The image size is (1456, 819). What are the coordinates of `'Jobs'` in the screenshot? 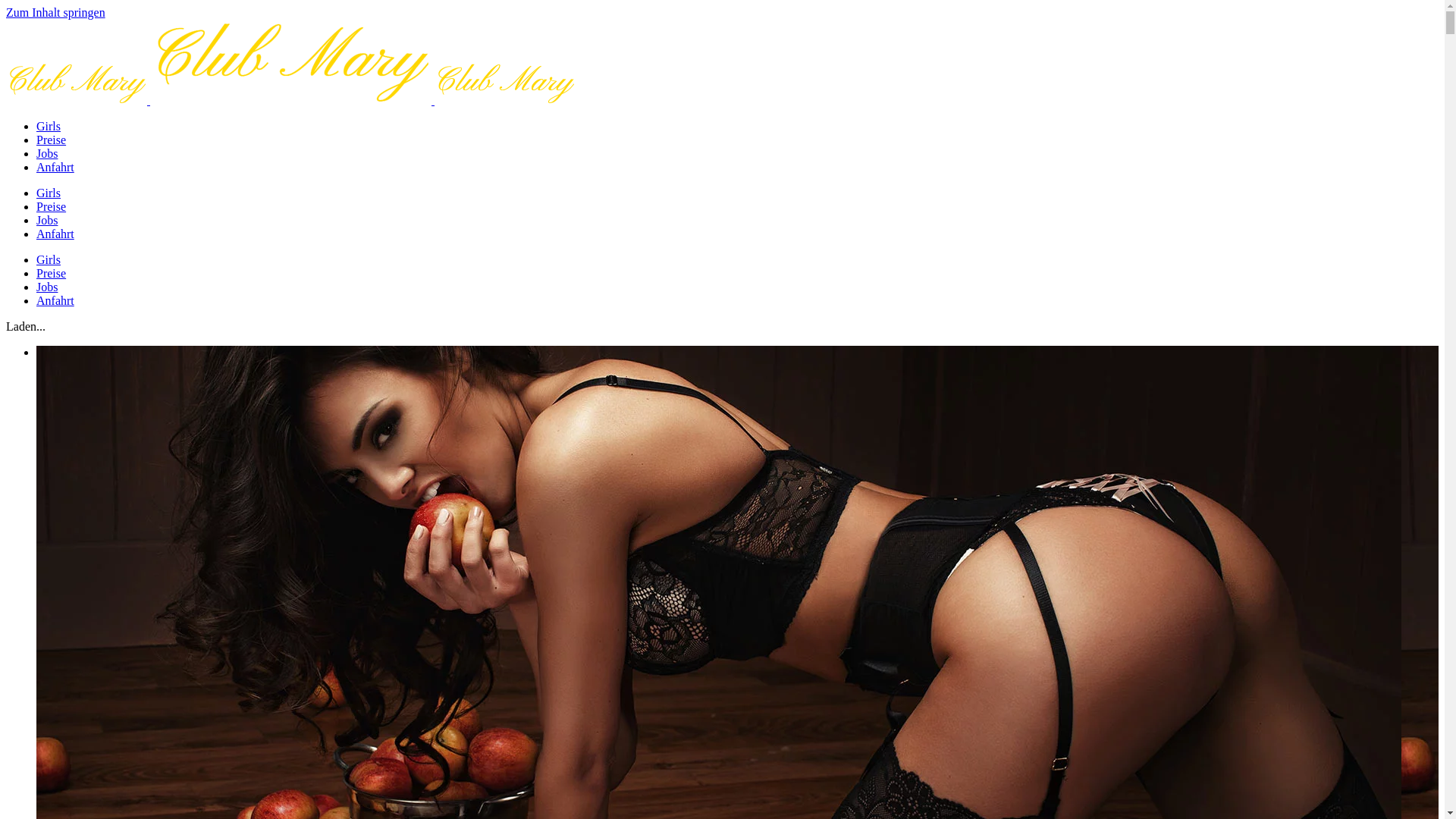 It's located at (47, 220).